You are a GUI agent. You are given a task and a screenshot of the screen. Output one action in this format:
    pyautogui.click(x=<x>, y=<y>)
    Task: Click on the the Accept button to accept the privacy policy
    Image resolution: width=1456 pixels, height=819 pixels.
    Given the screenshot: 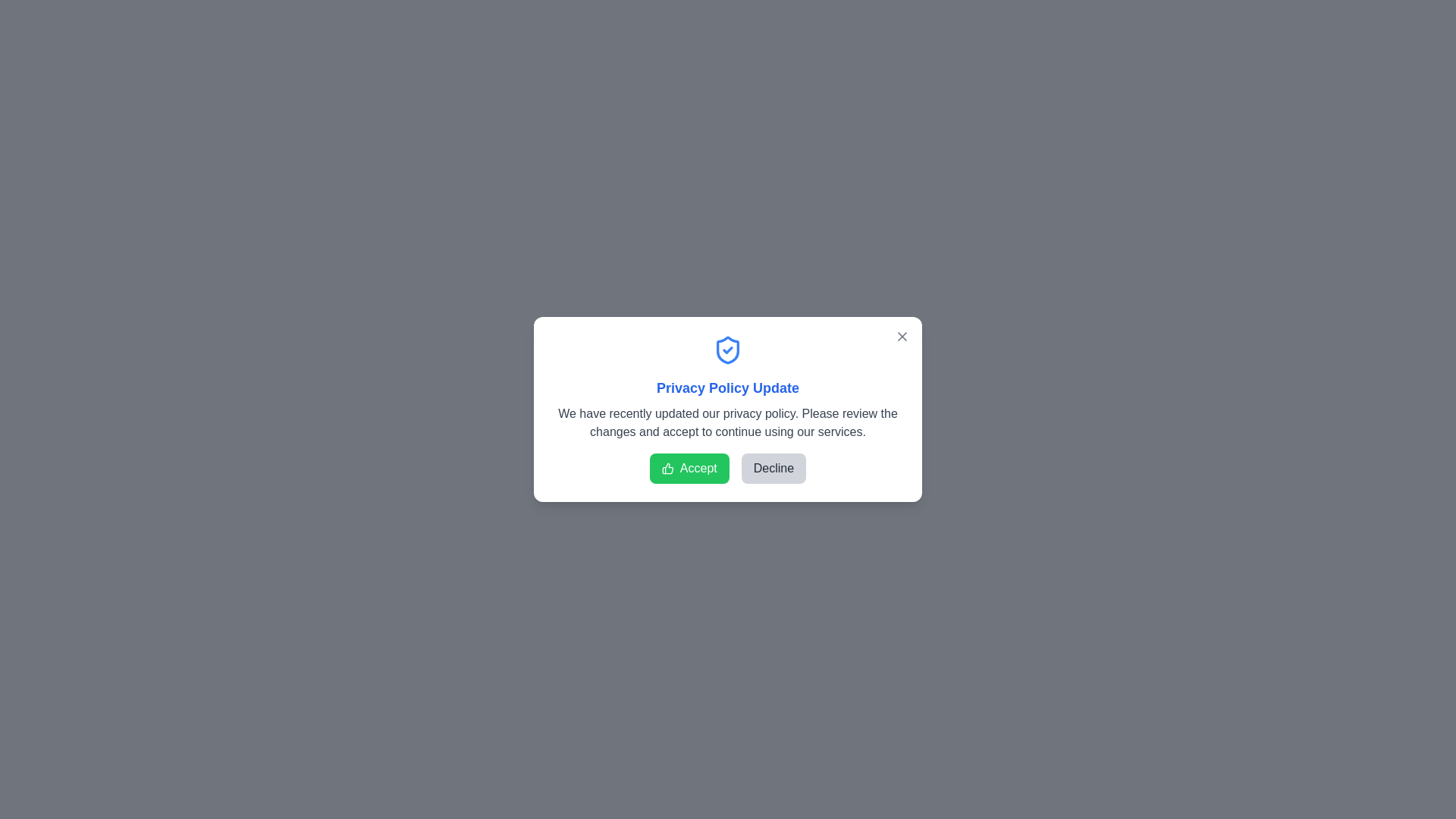 What is the action you would take?
    pyautogui.click(x=688, y=467)
    